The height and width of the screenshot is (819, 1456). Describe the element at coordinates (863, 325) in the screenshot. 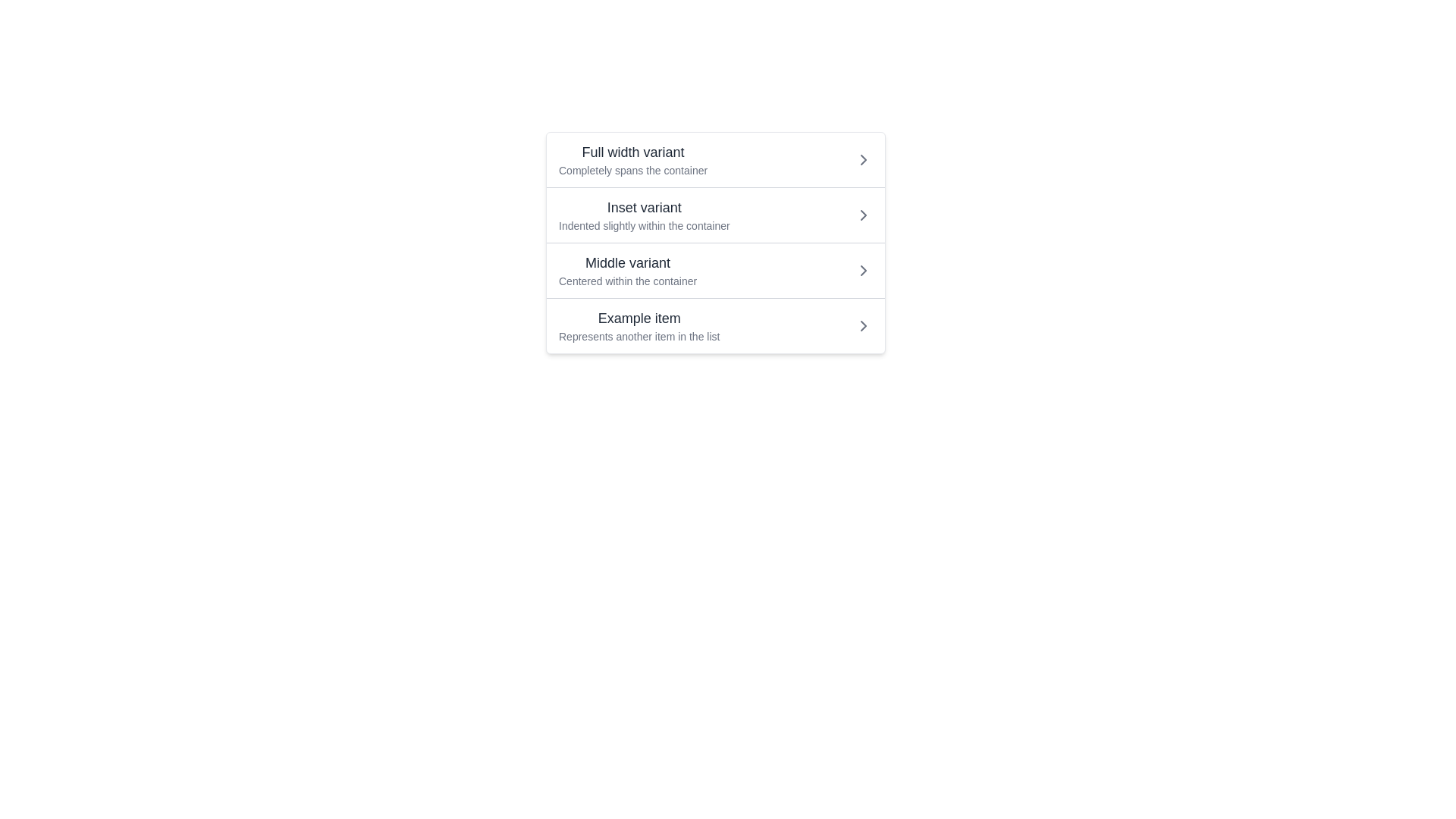

I see `the navigation icon located in the rightmost part of the fourth row labeled 'Example item'` at that location.